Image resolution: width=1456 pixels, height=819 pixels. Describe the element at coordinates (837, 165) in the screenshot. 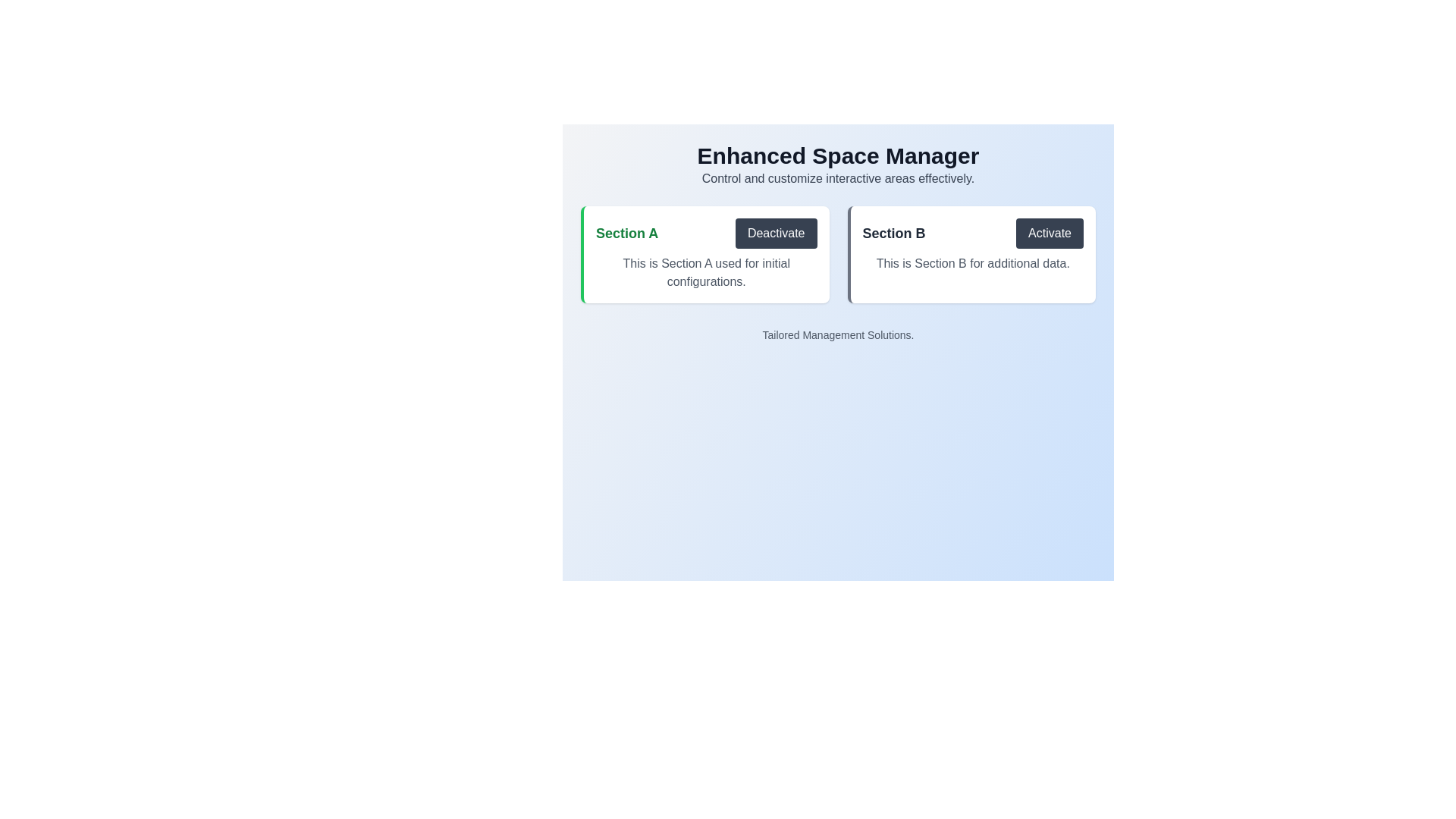

I see `the Text block with heading and subtitle, which serves as an introductory component for the interface's main functionality` at that location.